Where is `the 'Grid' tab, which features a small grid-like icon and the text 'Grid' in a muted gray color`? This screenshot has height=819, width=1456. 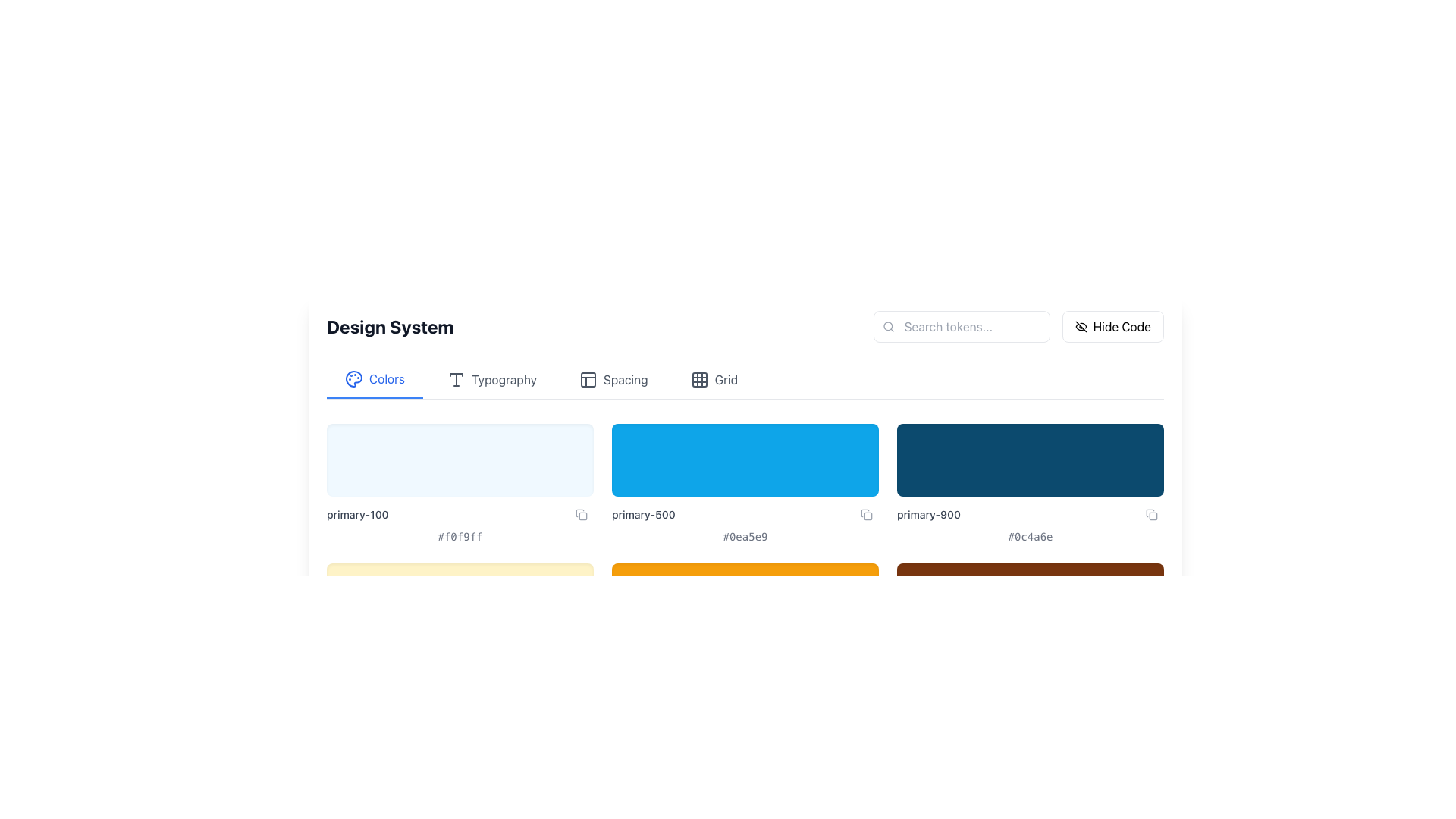
the 'Grid' tab, which features a small grid-like icon and the text 'Grid' in a muted gray color is located at coordinates (713, 379).